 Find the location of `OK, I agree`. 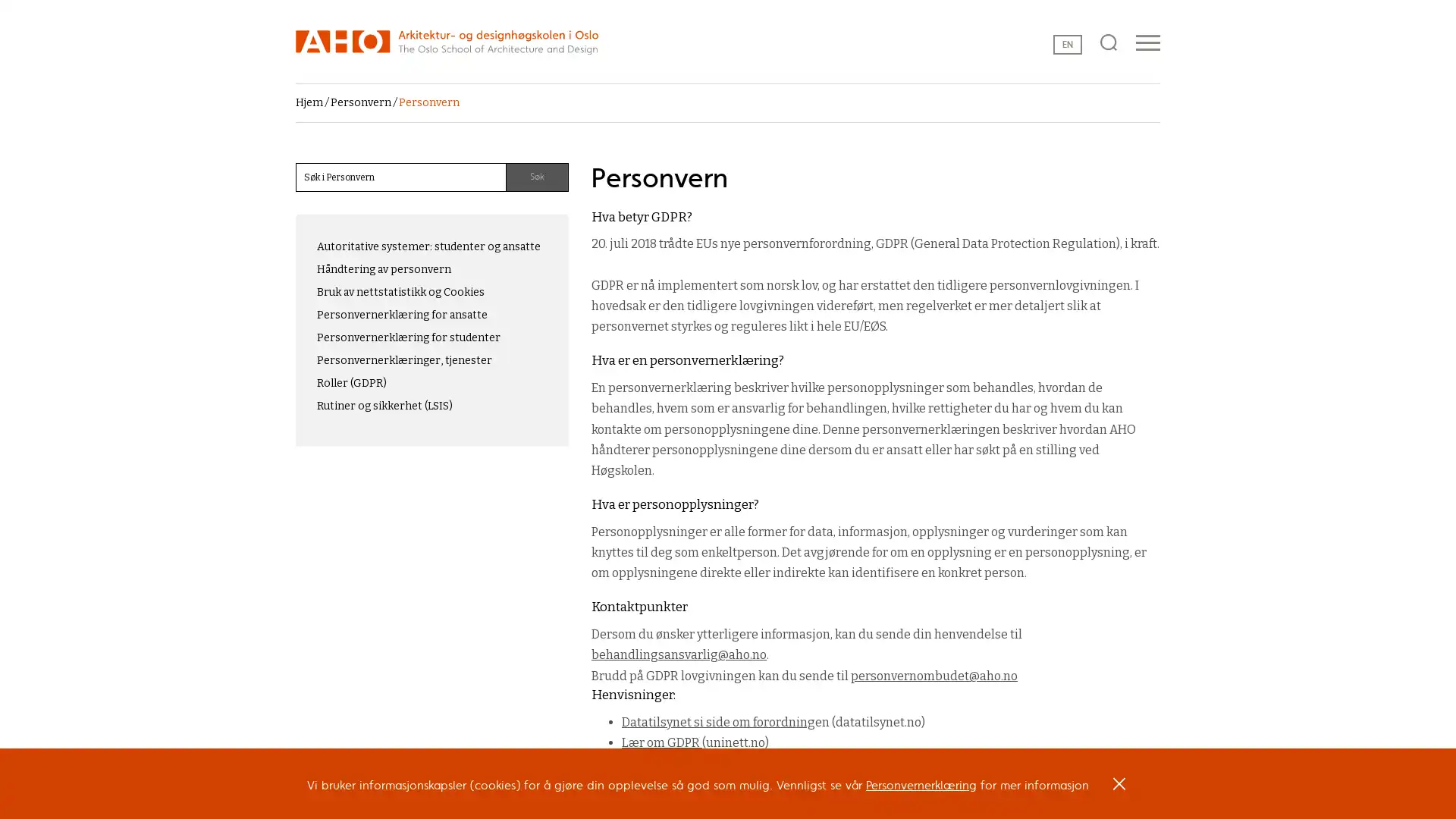

OK, I agree is located at coordinates (1119, 789).